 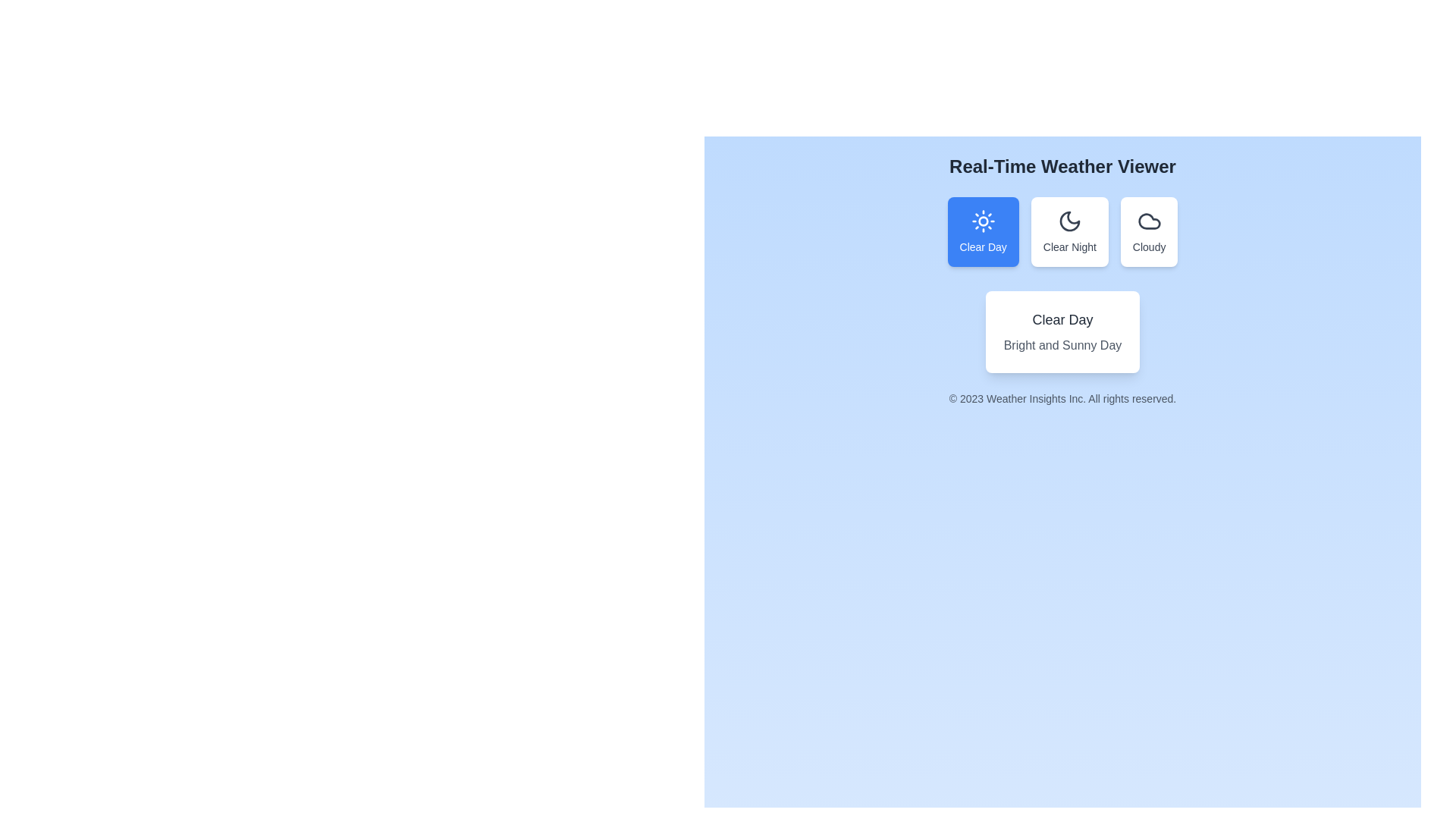 What do you see at coordinates (1068, 221) in the screenshot?
I see `the weather condition icon representing a clear night, which is centrally positioned in the upper half of the 'Clear Night' card` at bounding box center [1068, 221].